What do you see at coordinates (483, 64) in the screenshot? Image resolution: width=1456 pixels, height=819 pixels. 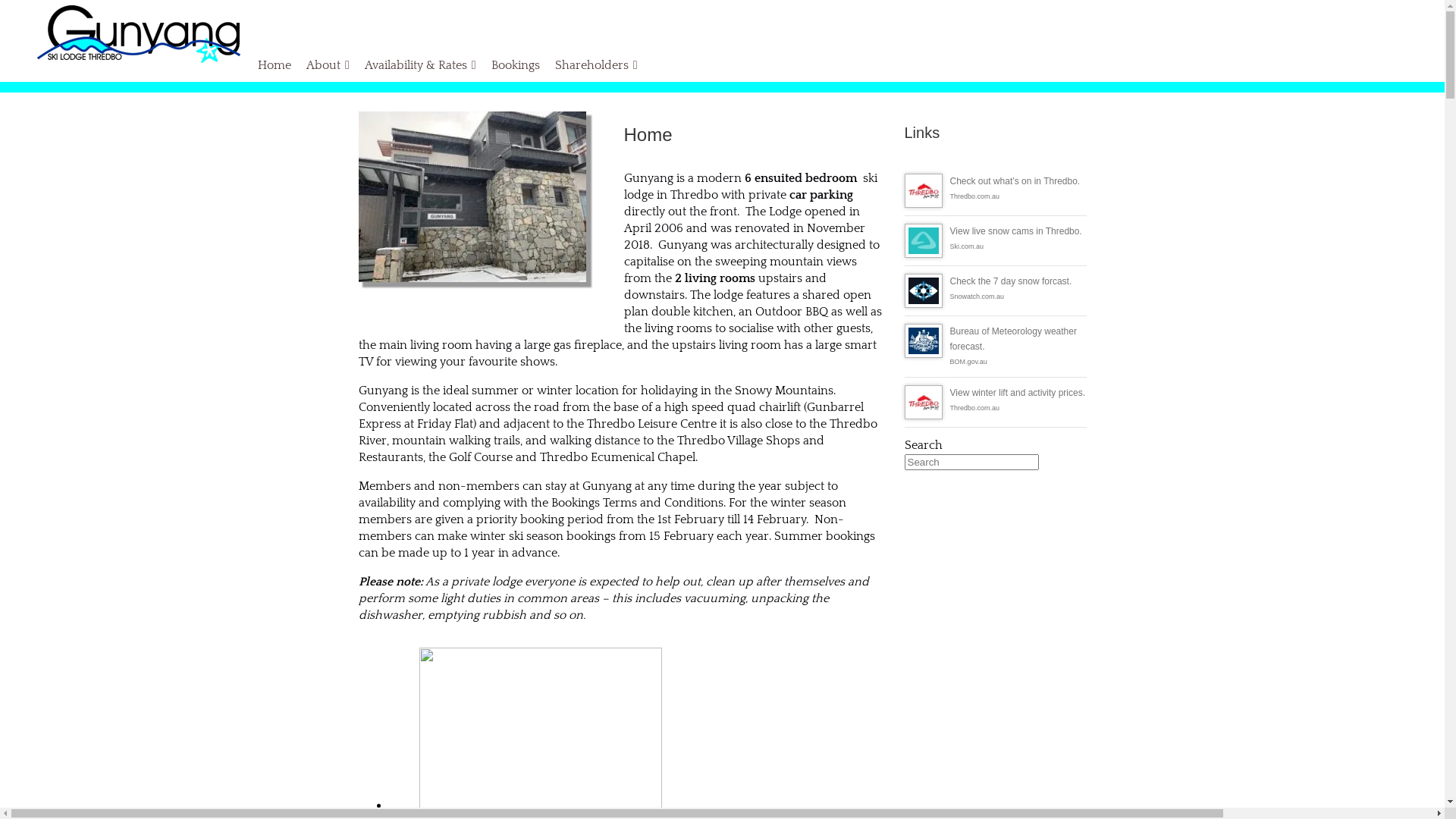 I see `'Bookings'` at bounding box center [483, 64].